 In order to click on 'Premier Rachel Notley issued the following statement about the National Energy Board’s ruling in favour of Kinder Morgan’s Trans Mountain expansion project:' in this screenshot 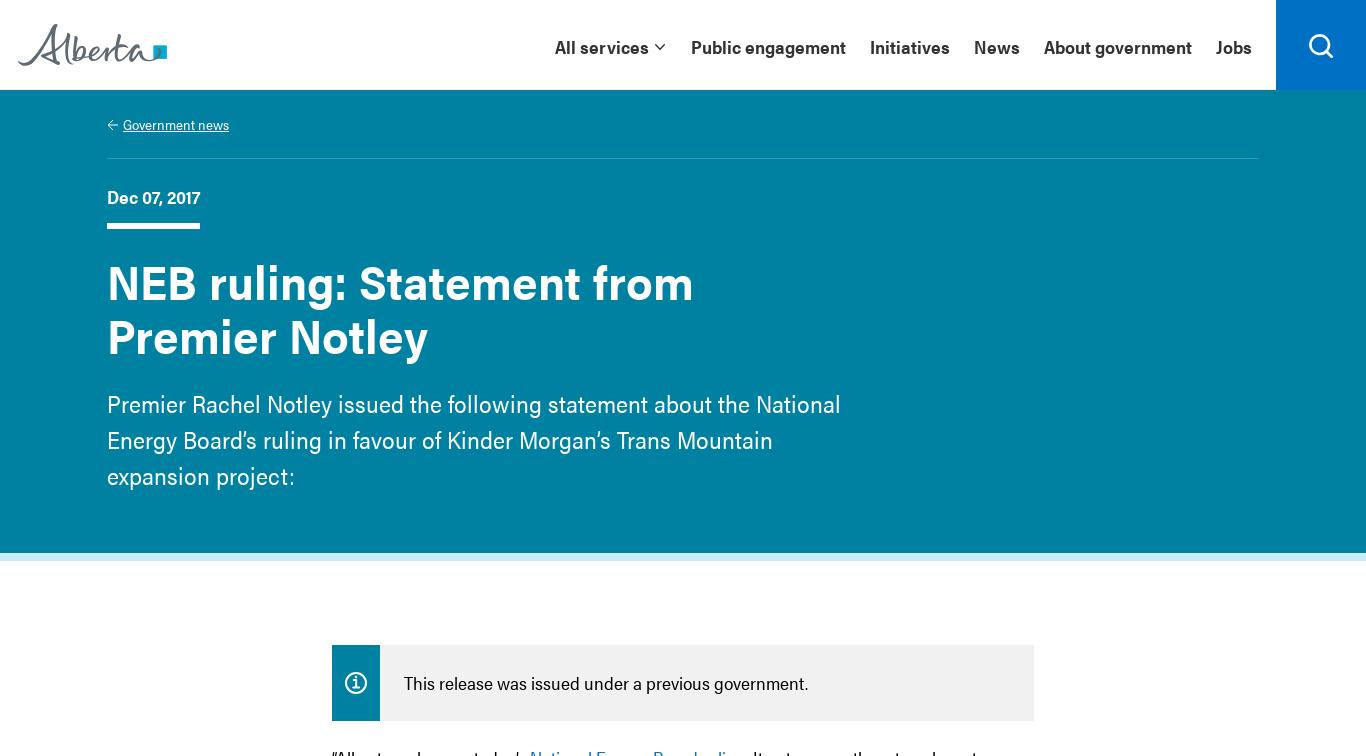, I will do `click(474, 439)`.